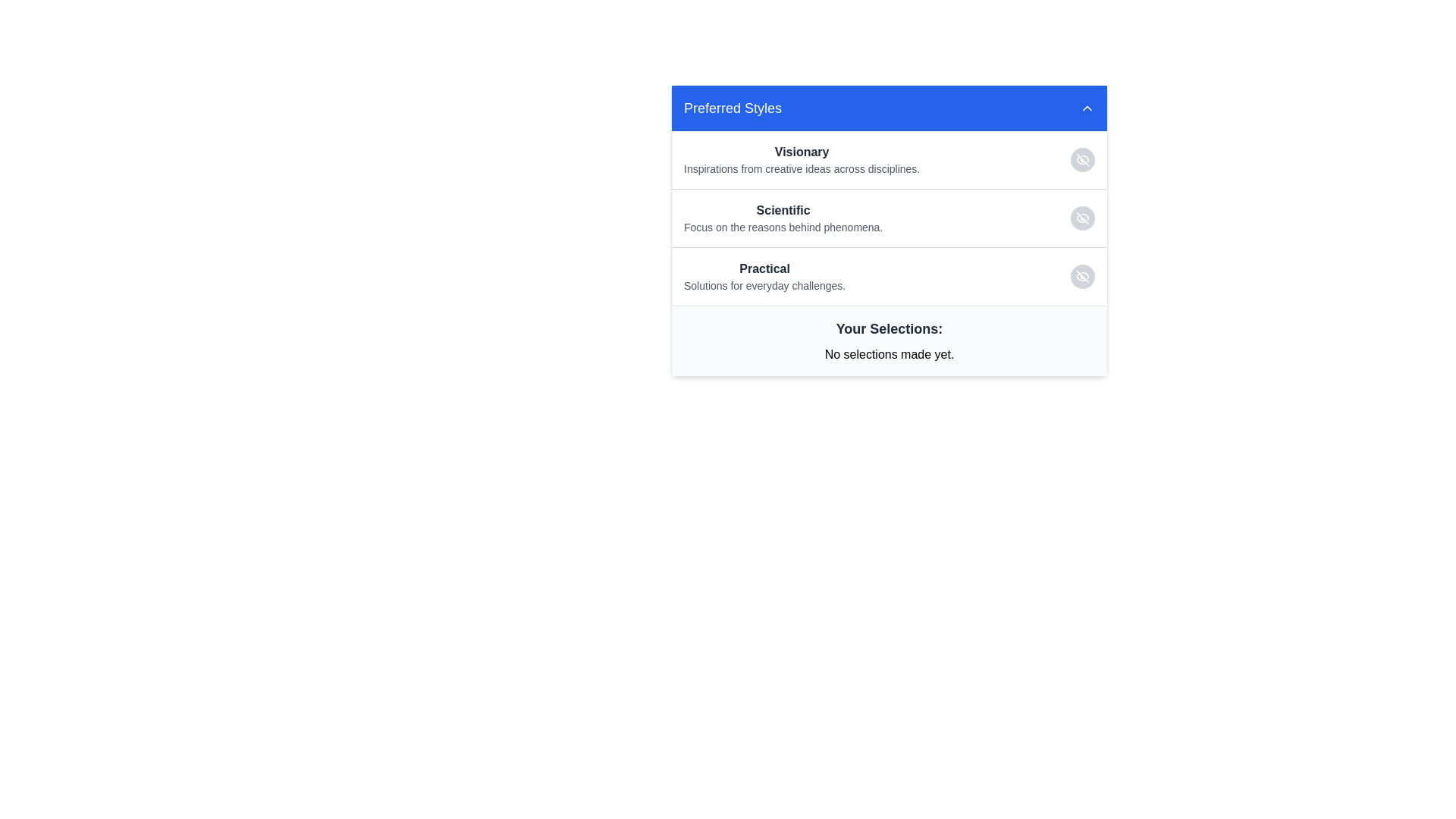 The height and width of the screenshot is (819, 1456). What do you see at coordinates (1082, 160) in the screenshot?
I see `the area around the diagonal line of the 'eye-off' icon next to the 'Visionary' text` at bounding box center [1082, 160].